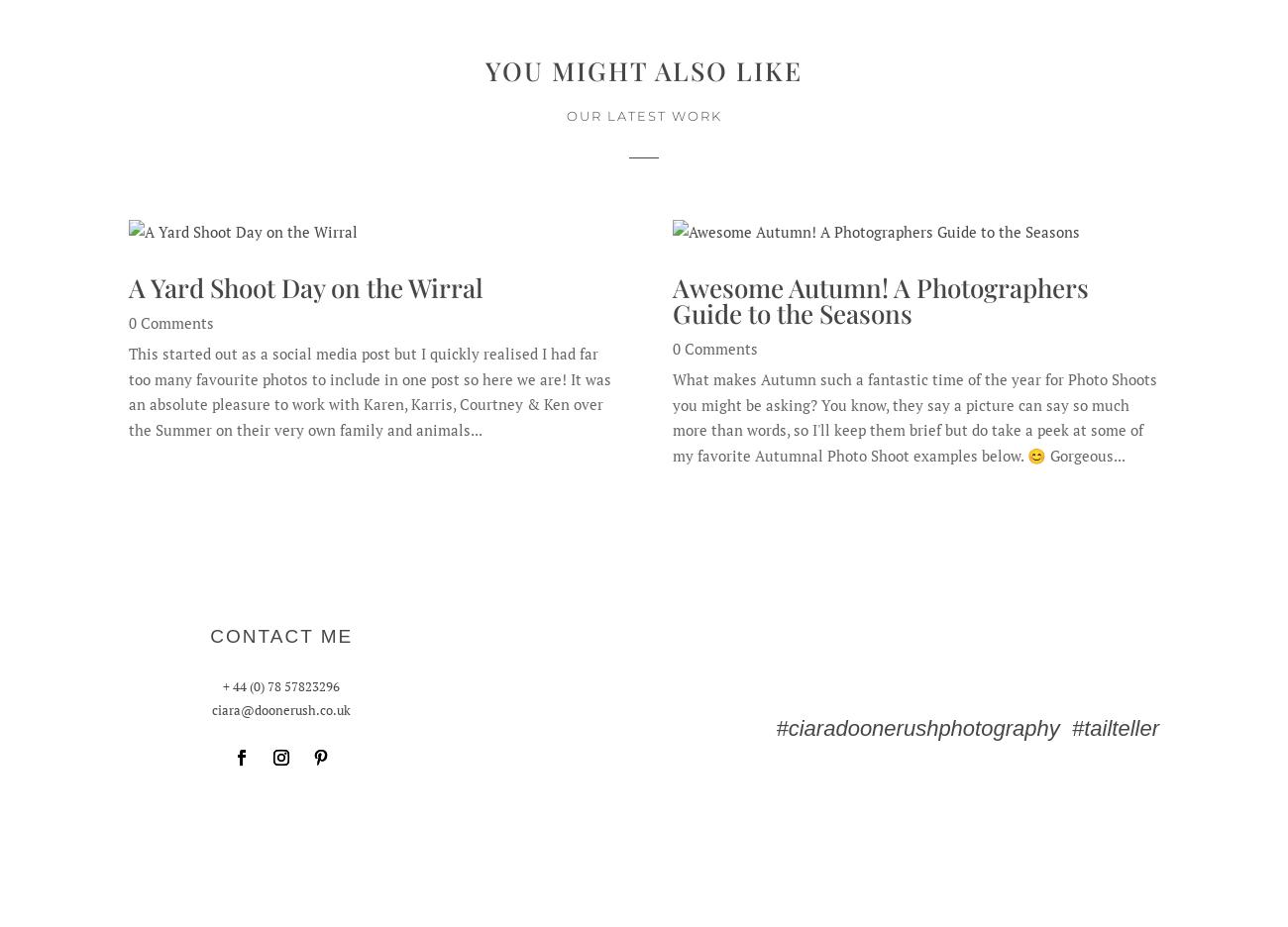  What do you see at coordinates (306, 286) in the screenshot?
I see `'A Yard Shoot Day on the Wirral'` at bounding box center [306, 286].